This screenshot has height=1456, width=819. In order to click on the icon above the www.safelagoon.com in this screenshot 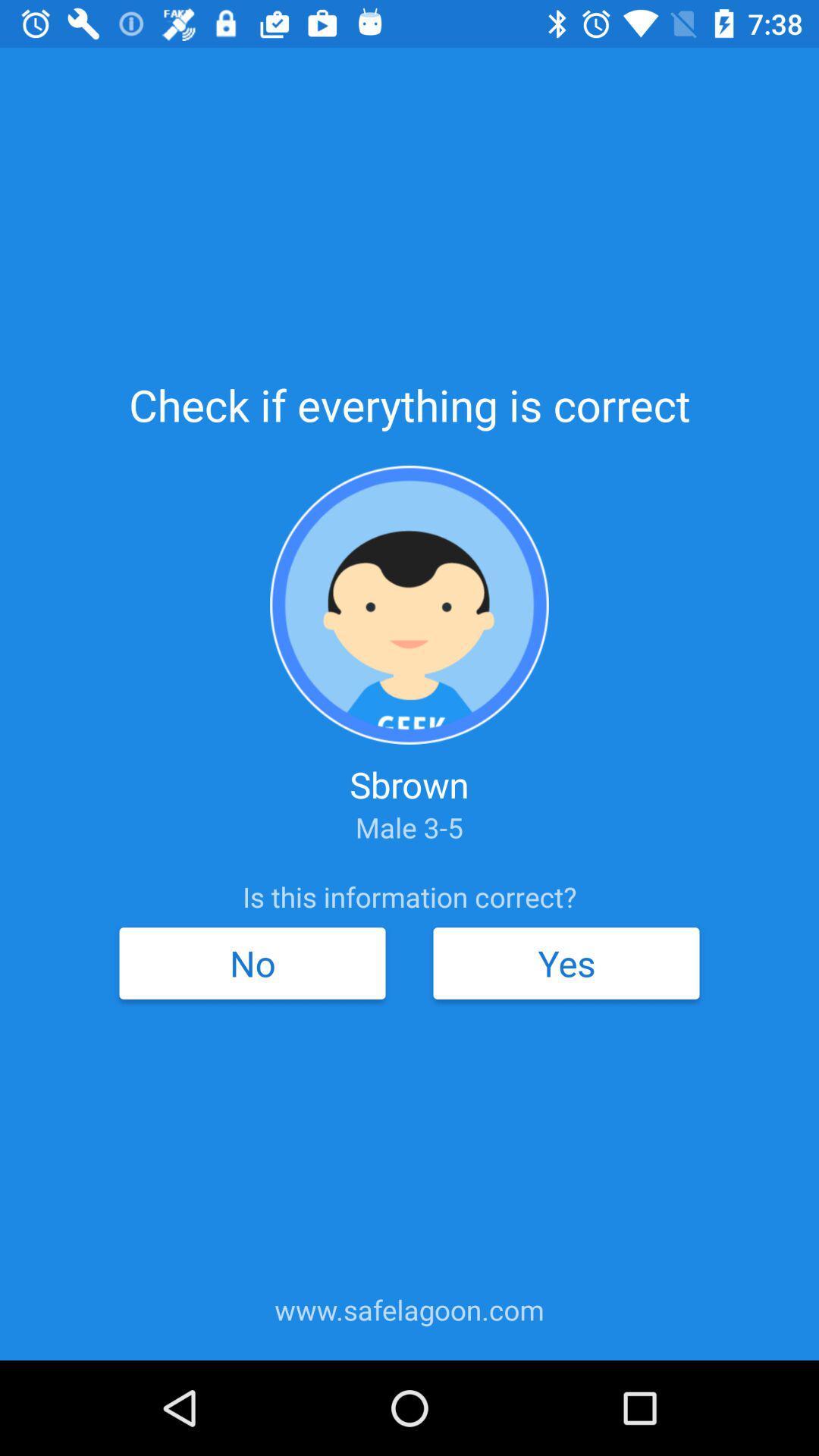, I will do `click(251, 962)`.